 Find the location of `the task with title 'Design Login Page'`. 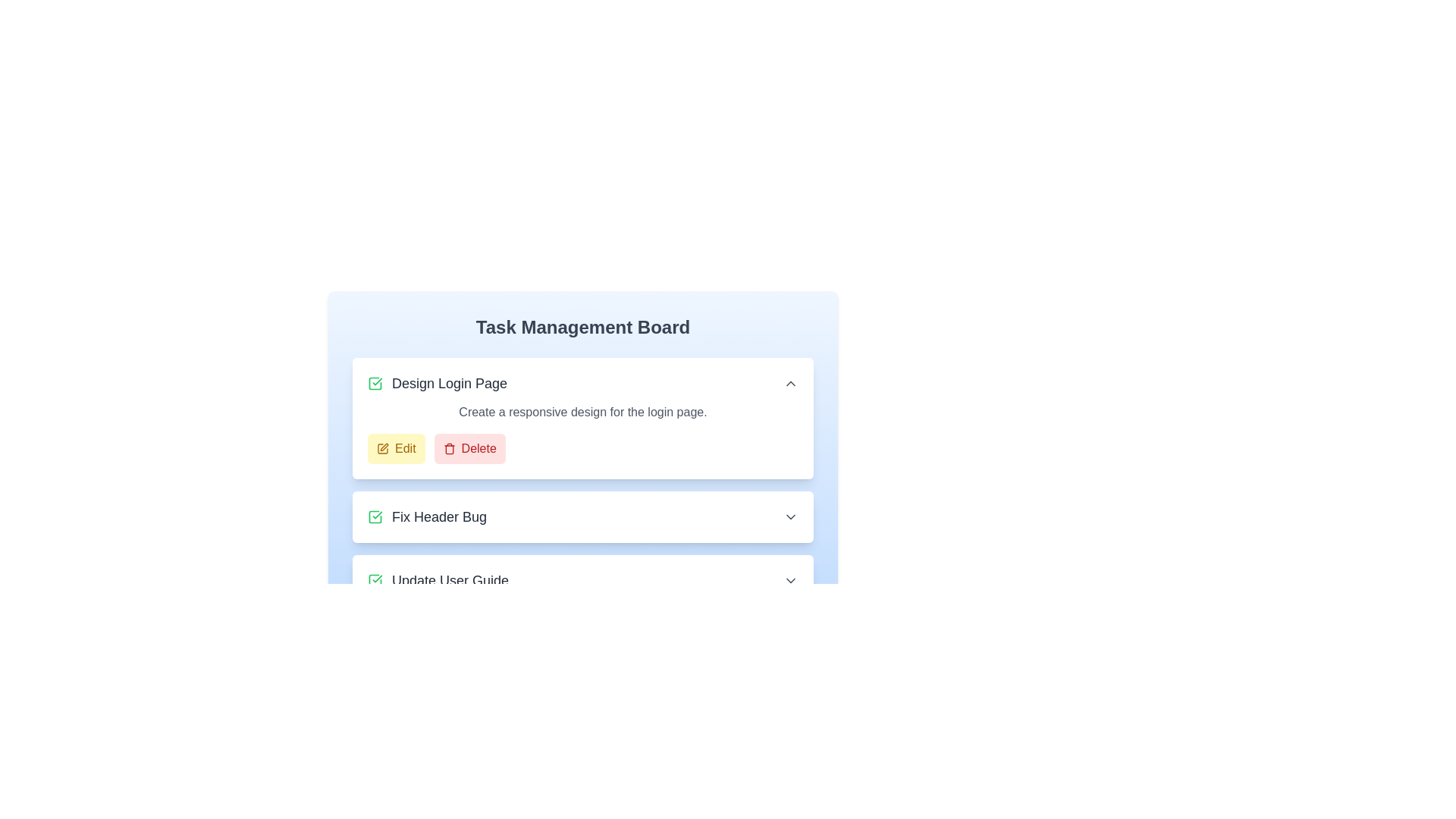

the task with title 'Design Login Page' is located at coordinates (436, 382).